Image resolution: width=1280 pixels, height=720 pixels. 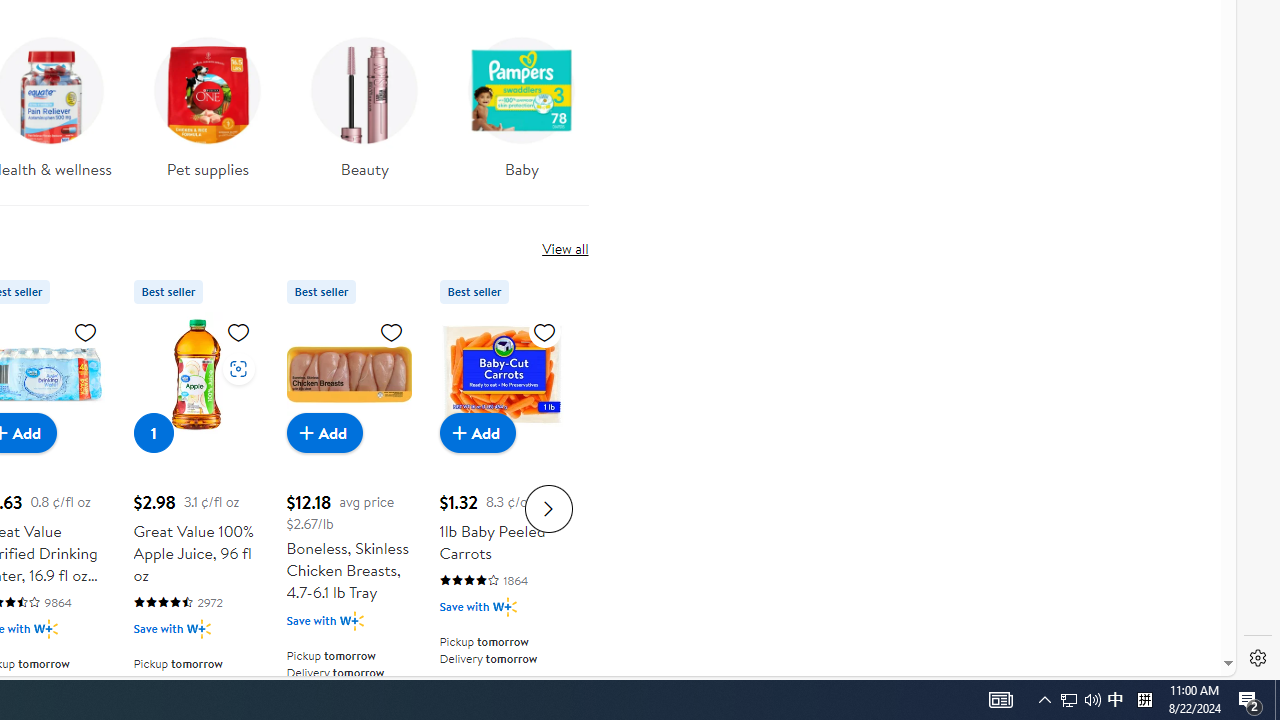 What do you see at coordinates (195, 374) in the screenshot?
I see `'Great Value 100% Apple Juice, 96 fl oz'` at bounding box center [195, 374].